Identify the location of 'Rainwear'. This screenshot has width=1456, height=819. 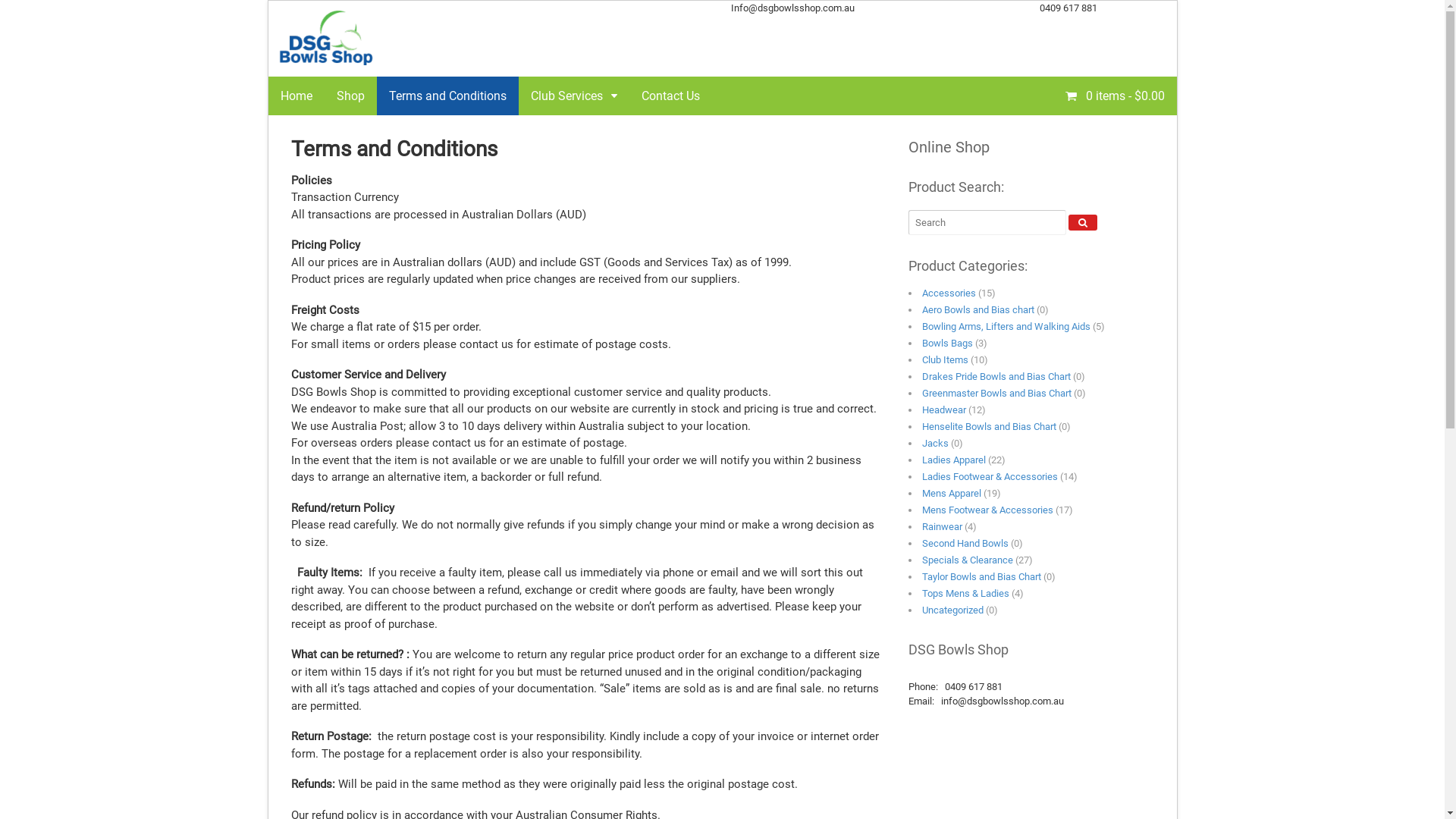
(921, 526).